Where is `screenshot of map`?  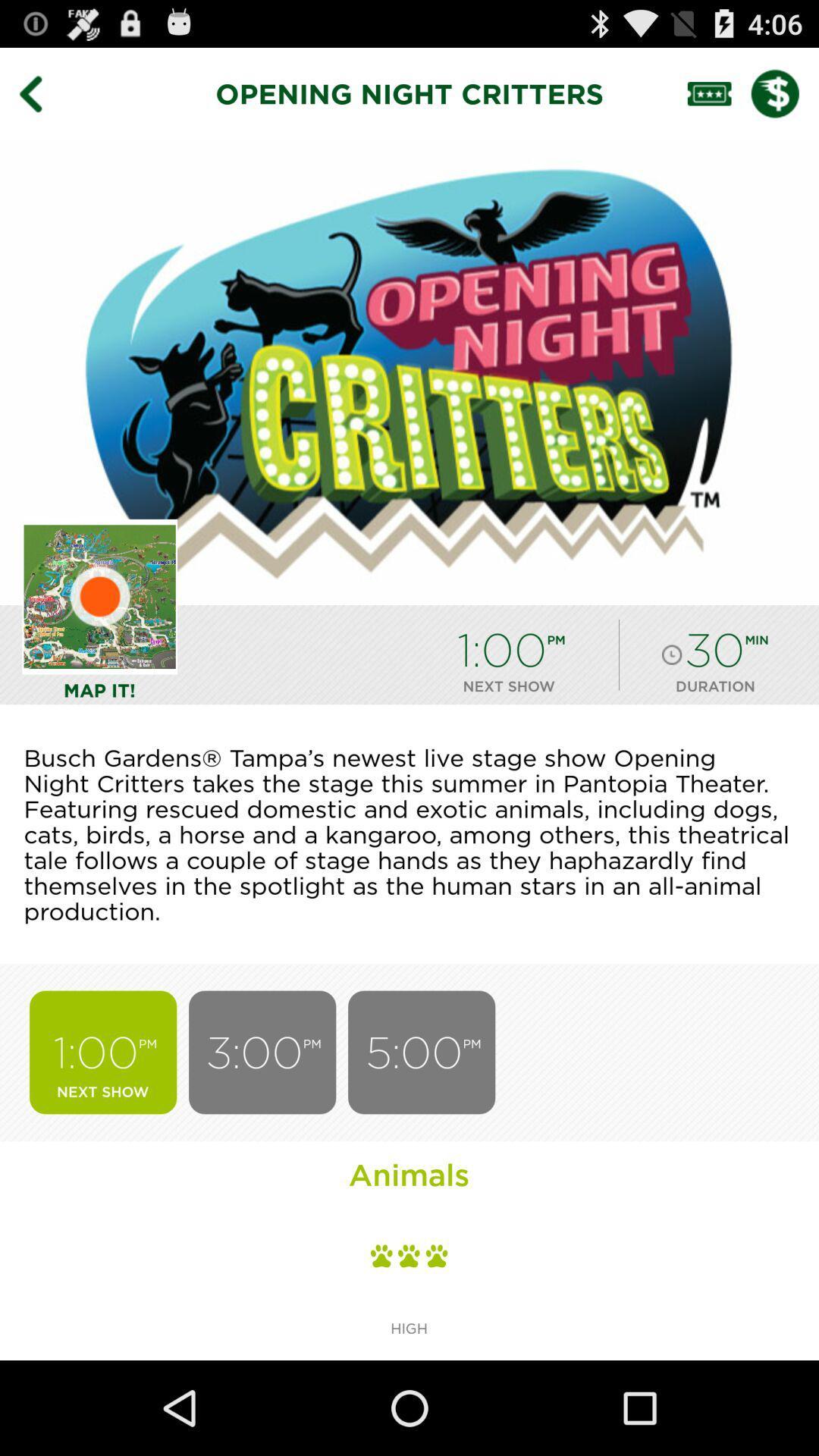
screenshot of map is located at coordinates (99, 596).